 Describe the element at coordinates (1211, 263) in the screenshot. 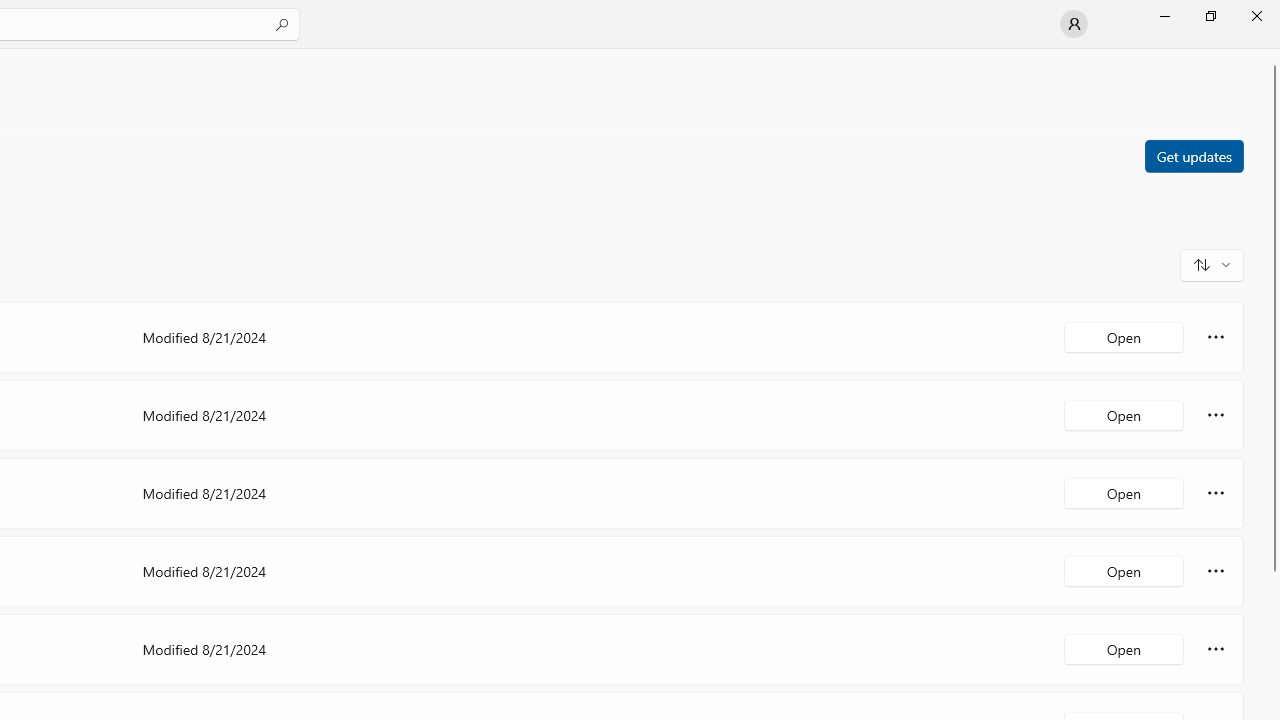

I see `'Sort and filter'` at that location.